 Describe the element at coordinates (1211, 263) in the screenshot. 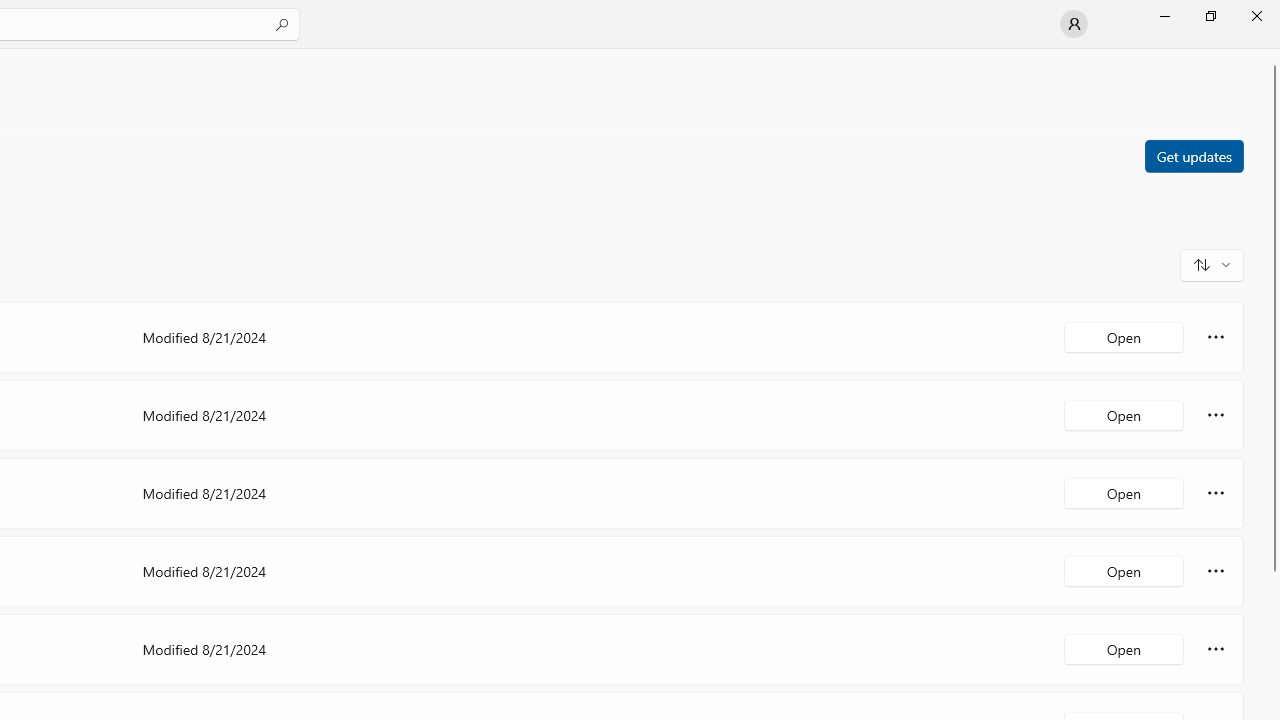

I see `'Sort and filter'` at that location.